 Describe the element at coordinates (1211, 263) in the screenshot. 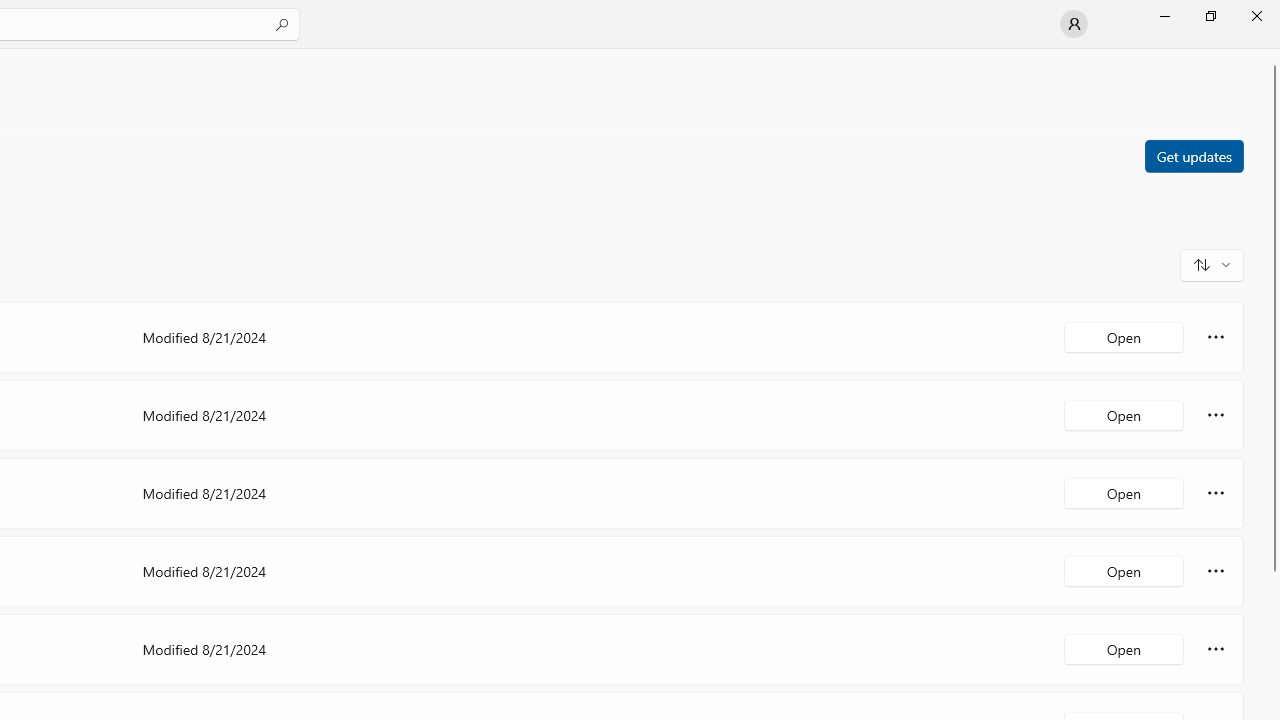

I see `'Sort and filter'` at that location.